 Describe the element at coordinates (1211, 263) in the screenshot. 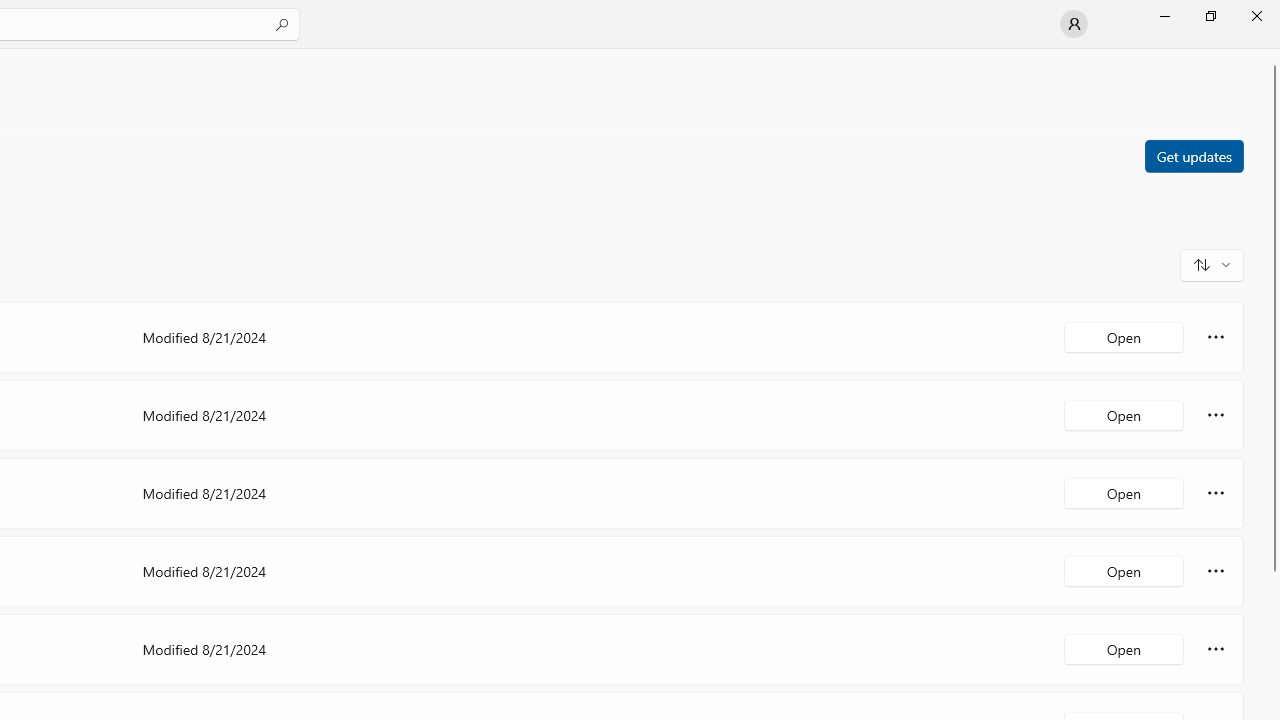

I see `'Sort and filter'` at that location.